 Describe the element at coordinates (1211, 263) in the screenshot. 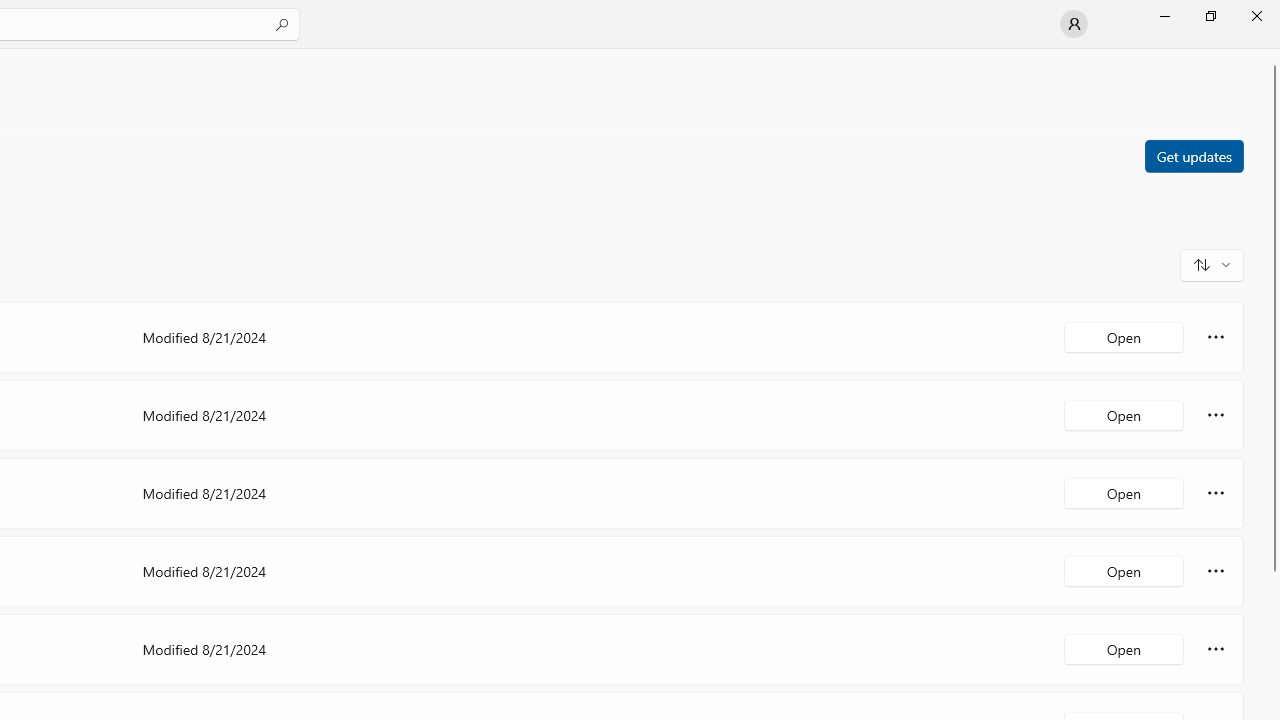

I see `'Sort and filter'` at that location.